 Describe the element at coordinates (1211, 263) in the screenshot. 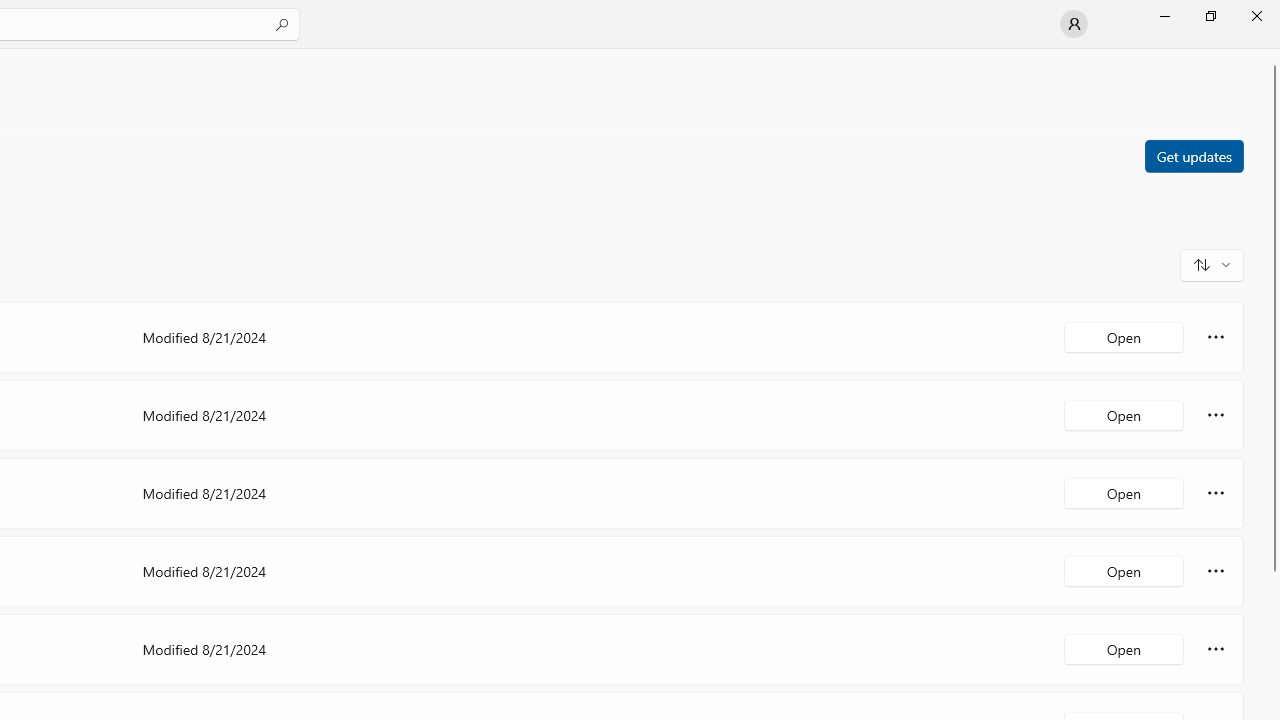

I see `'Sort and filter'` at that location.